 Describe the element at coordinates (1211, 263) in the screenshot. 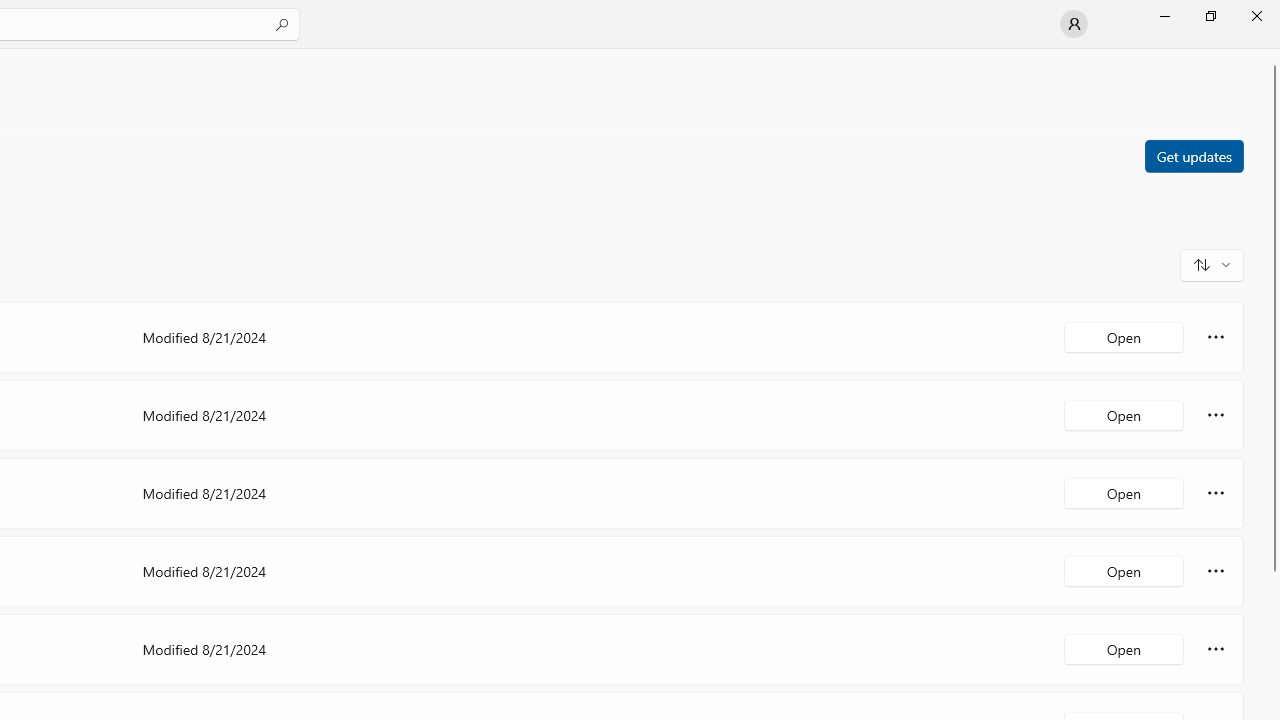

I see `'Sort and filter'` at that location.